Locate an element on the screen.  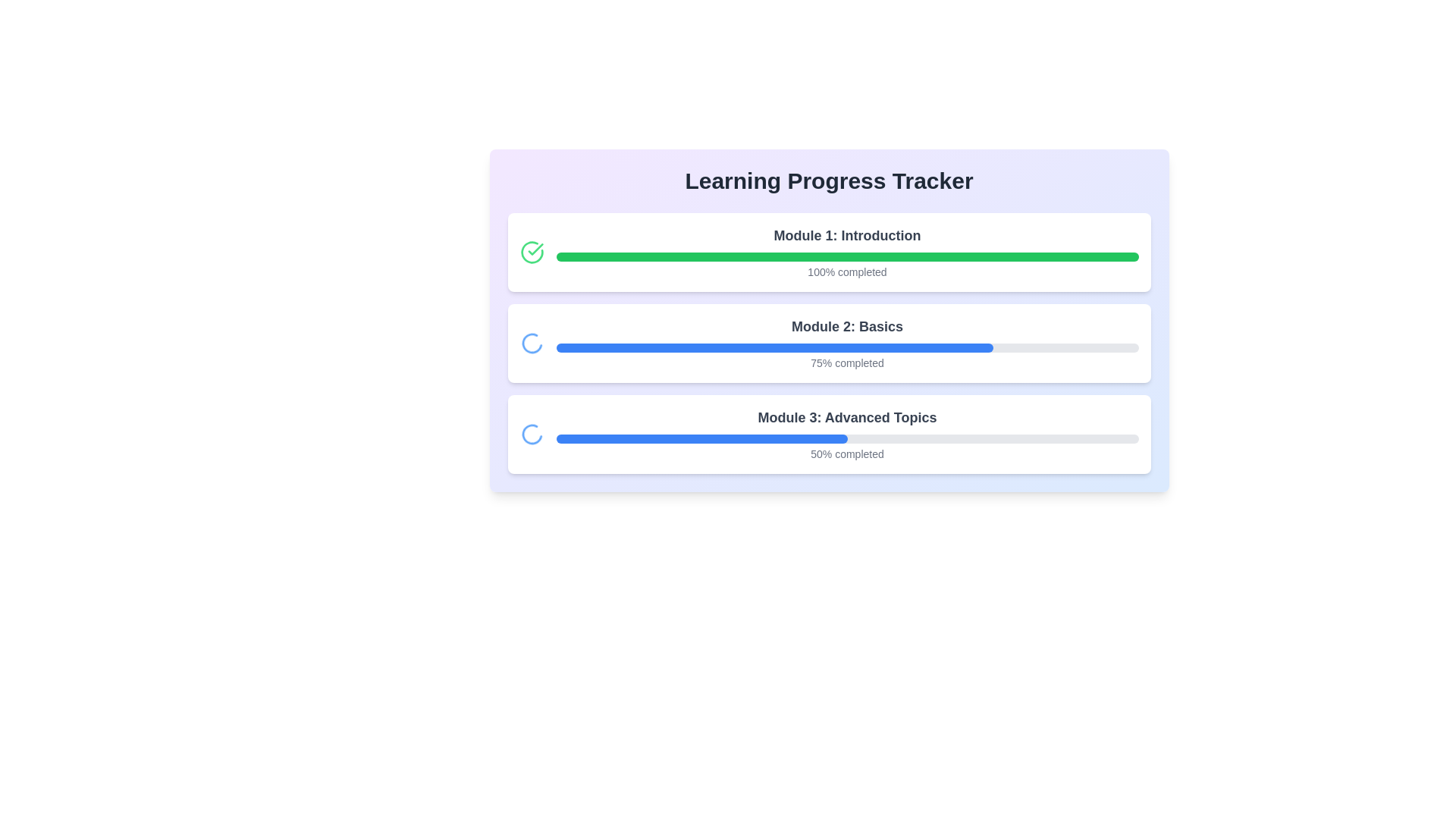
the progress bar indicating the completion status of Module 1, which is fully completed and located directly below the title 'Module 1: Introduction' is located at coordinates (846, 256).